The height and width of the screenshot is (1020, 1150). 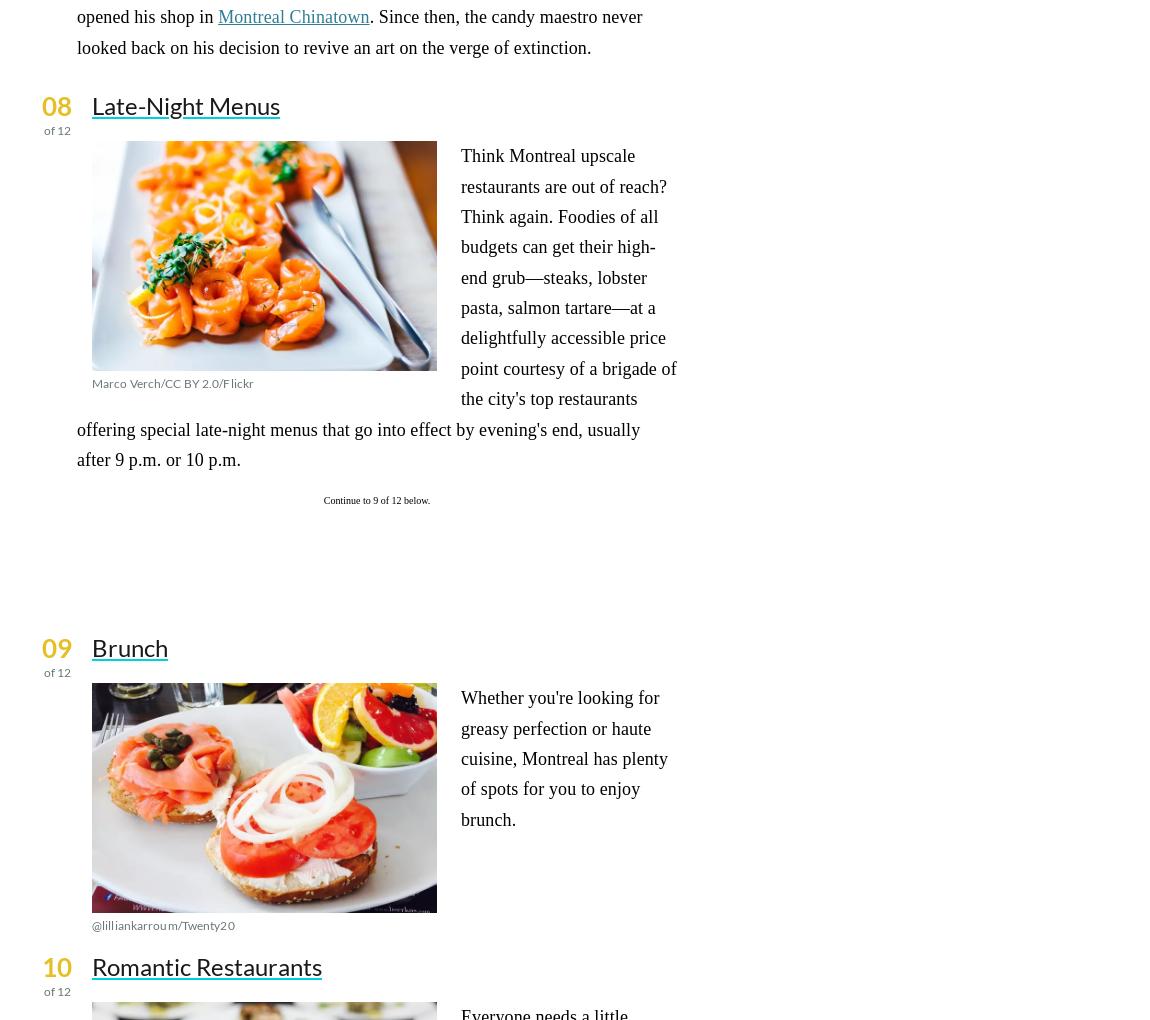 I want to click on '10', so click(x=56, y=965).